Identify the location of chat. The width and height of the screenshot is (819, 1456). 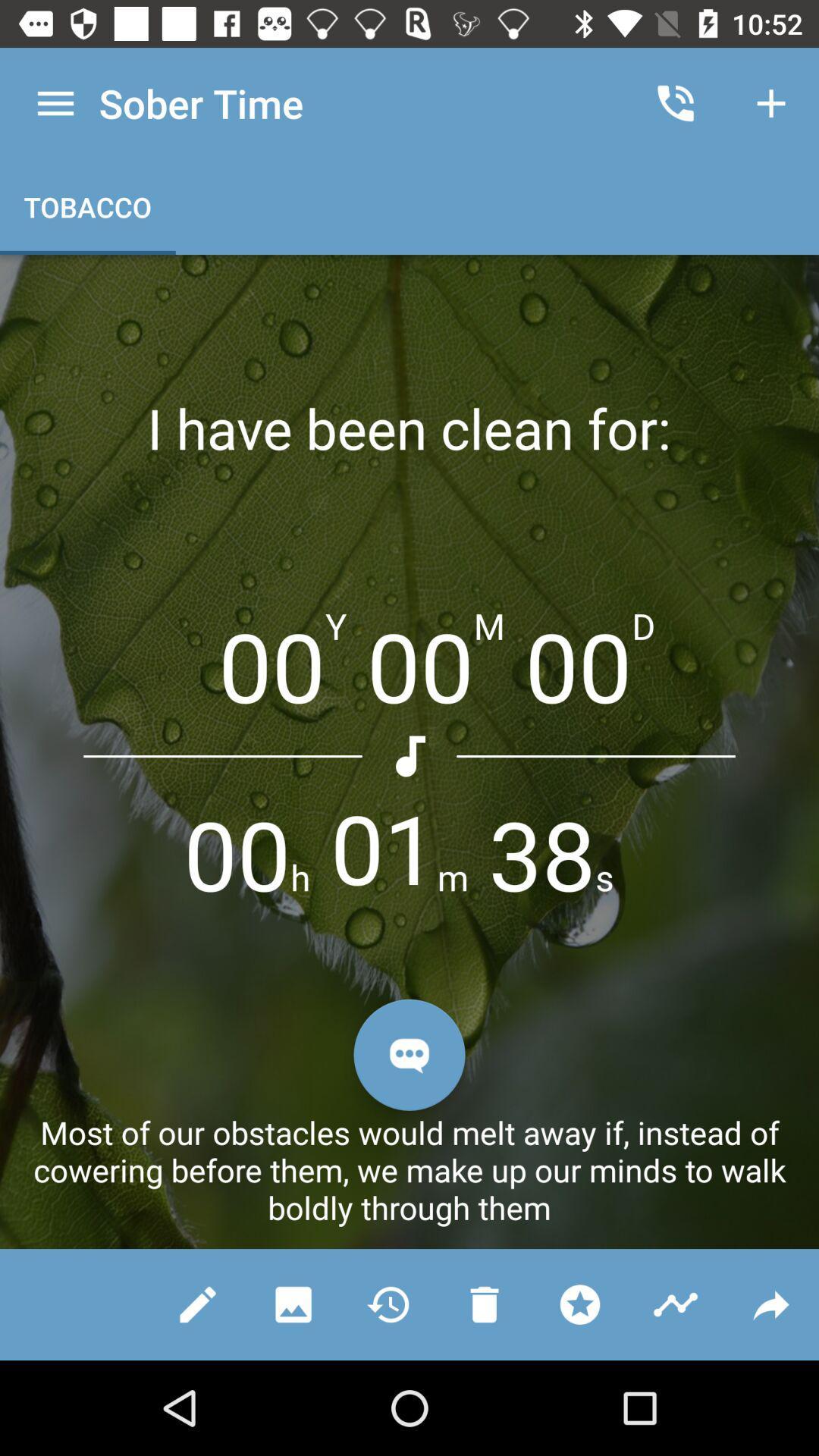
(409, 1054).